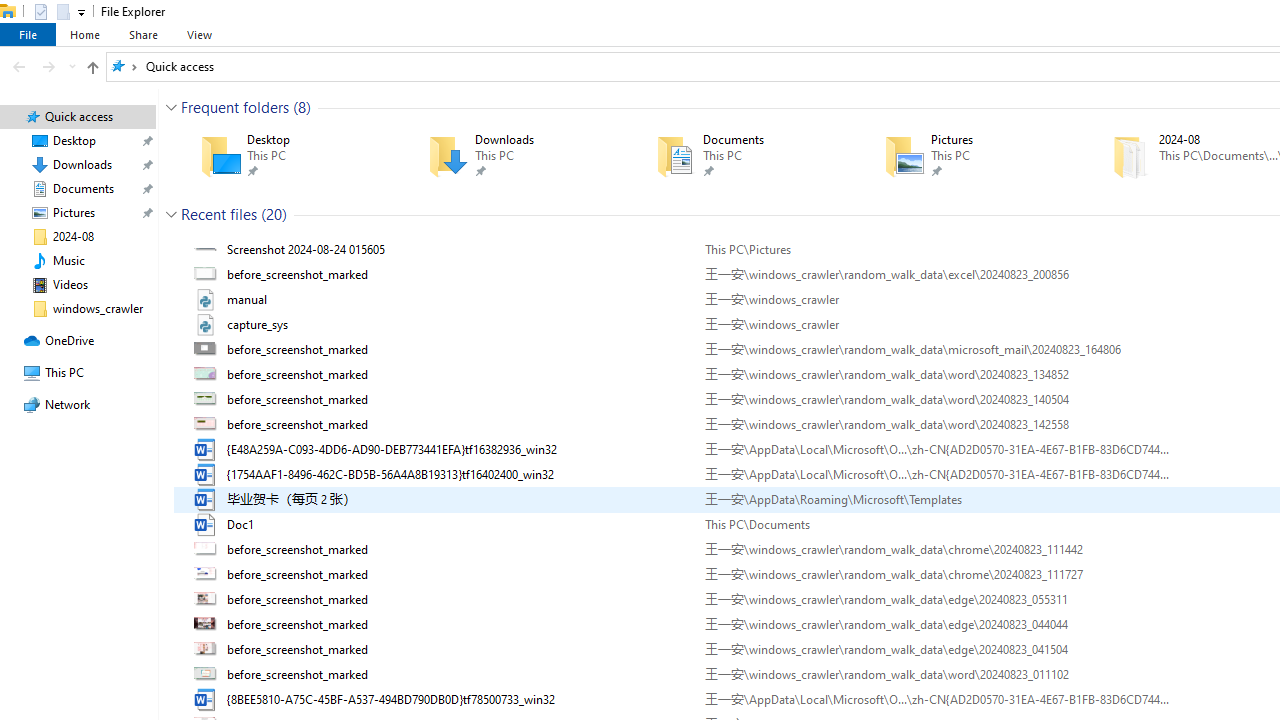 The image size is (1280, 720). I want to click on 'All locations', so click(123, 65).